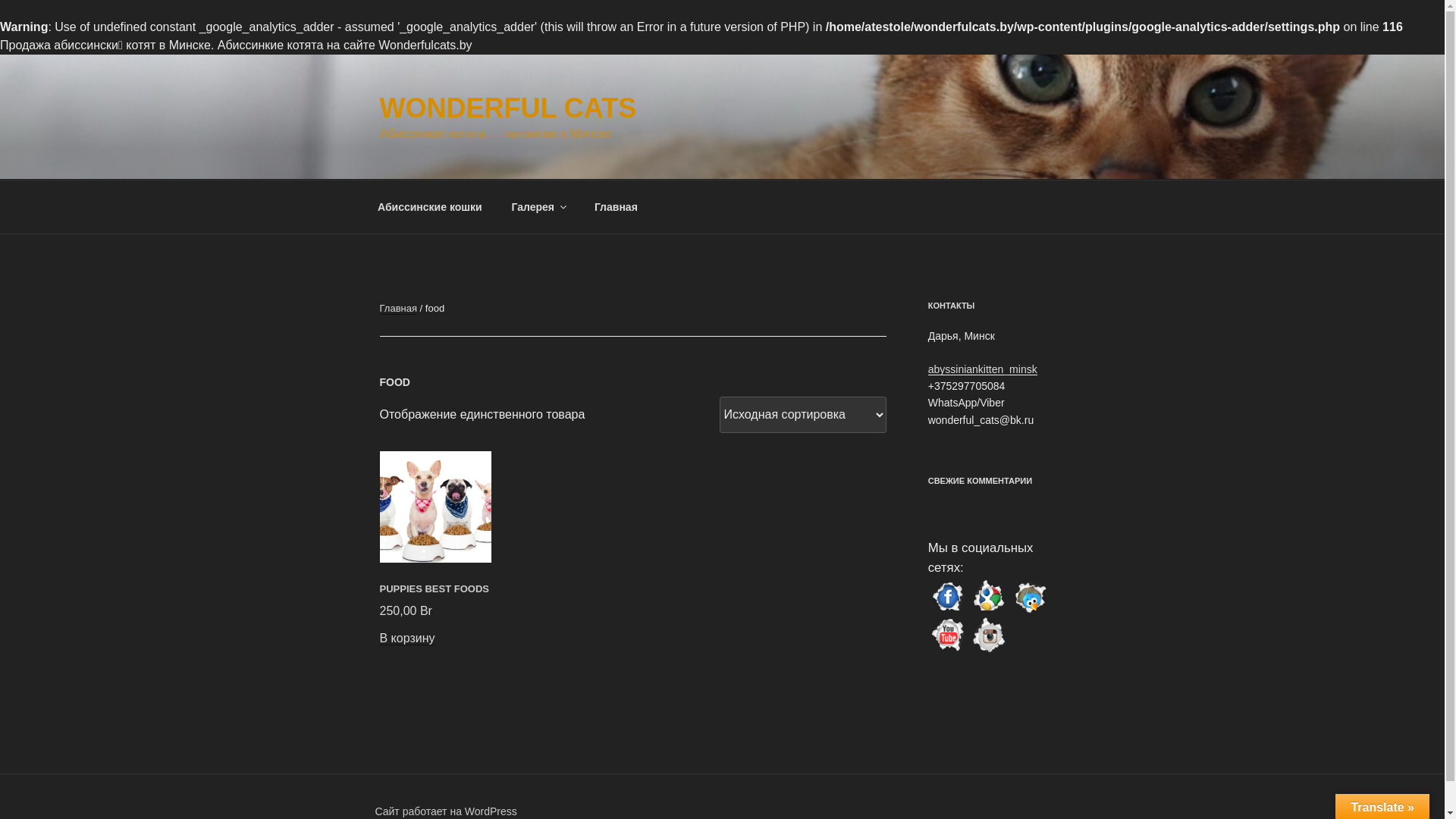 The image size is (1456, 819). I want to click on 'WONDERFUL CATS', so click(507, 107).